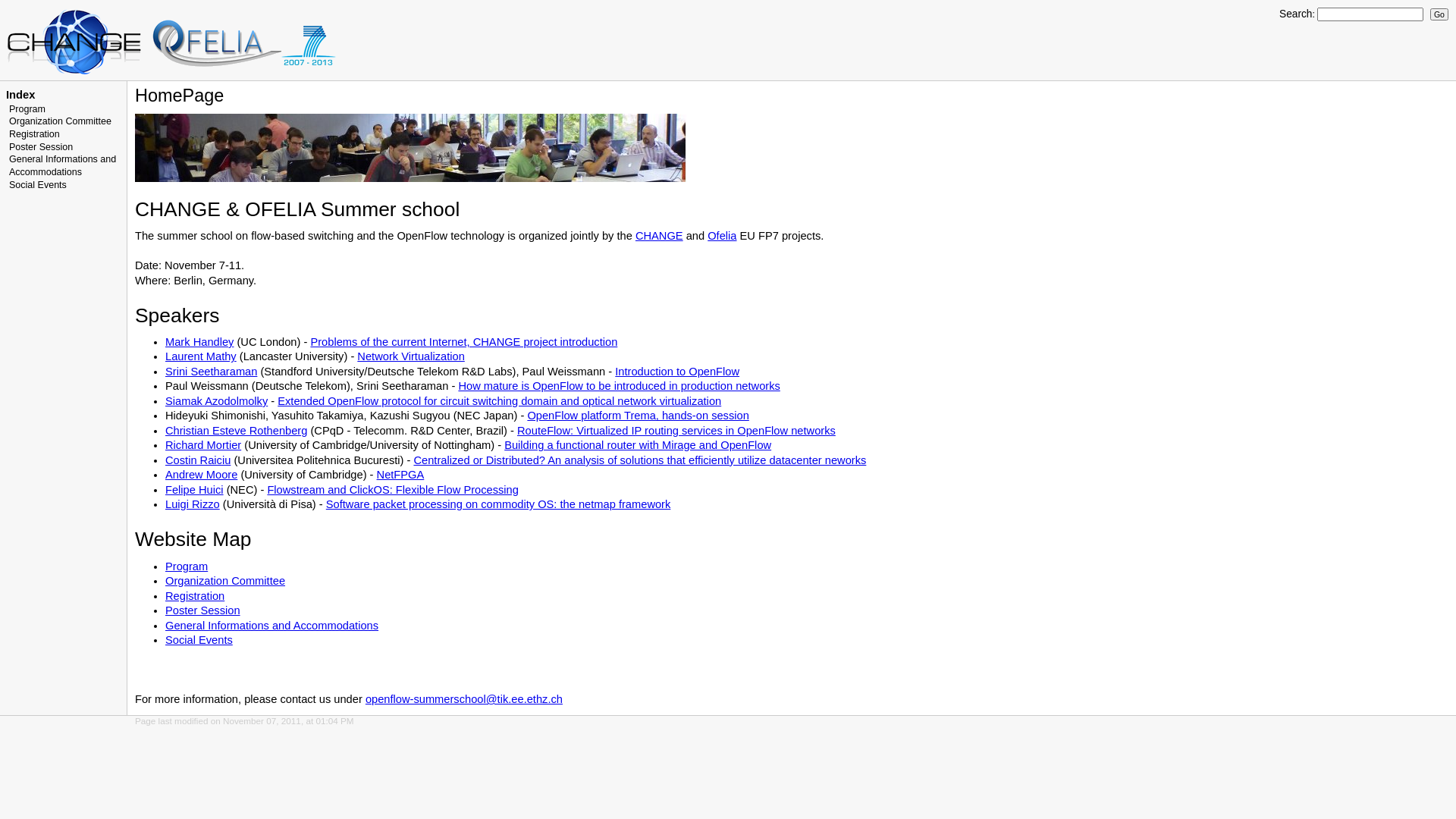  Describe the element at coordinates (676, 371) in the screenshot. I see `'Introduction to OpenFlow'` at that location.